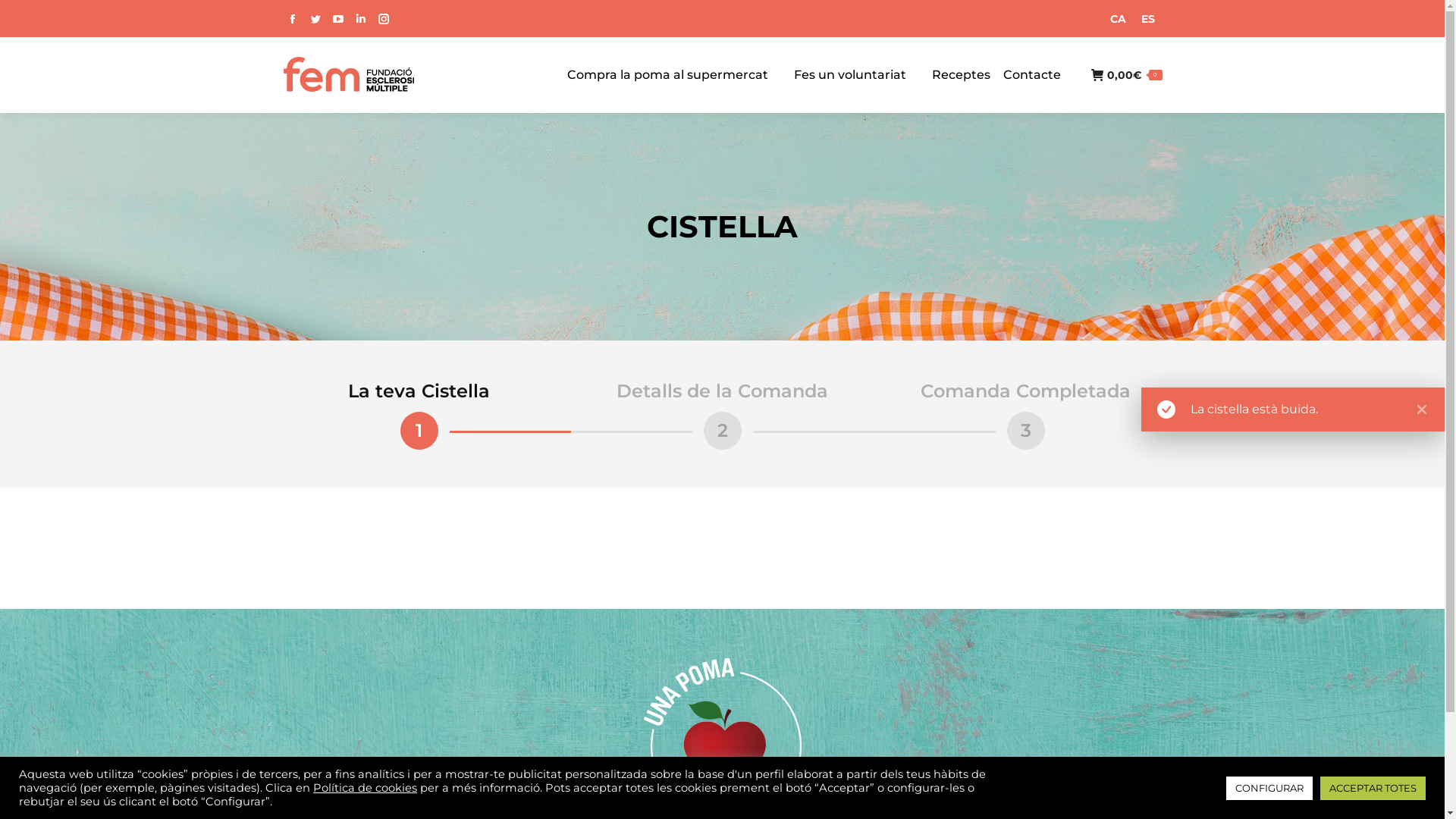 Image resolution: width=1456 pixels, height=819 pixels. I want to click on 'Linkedin page opens in new window', so click(359, 18).